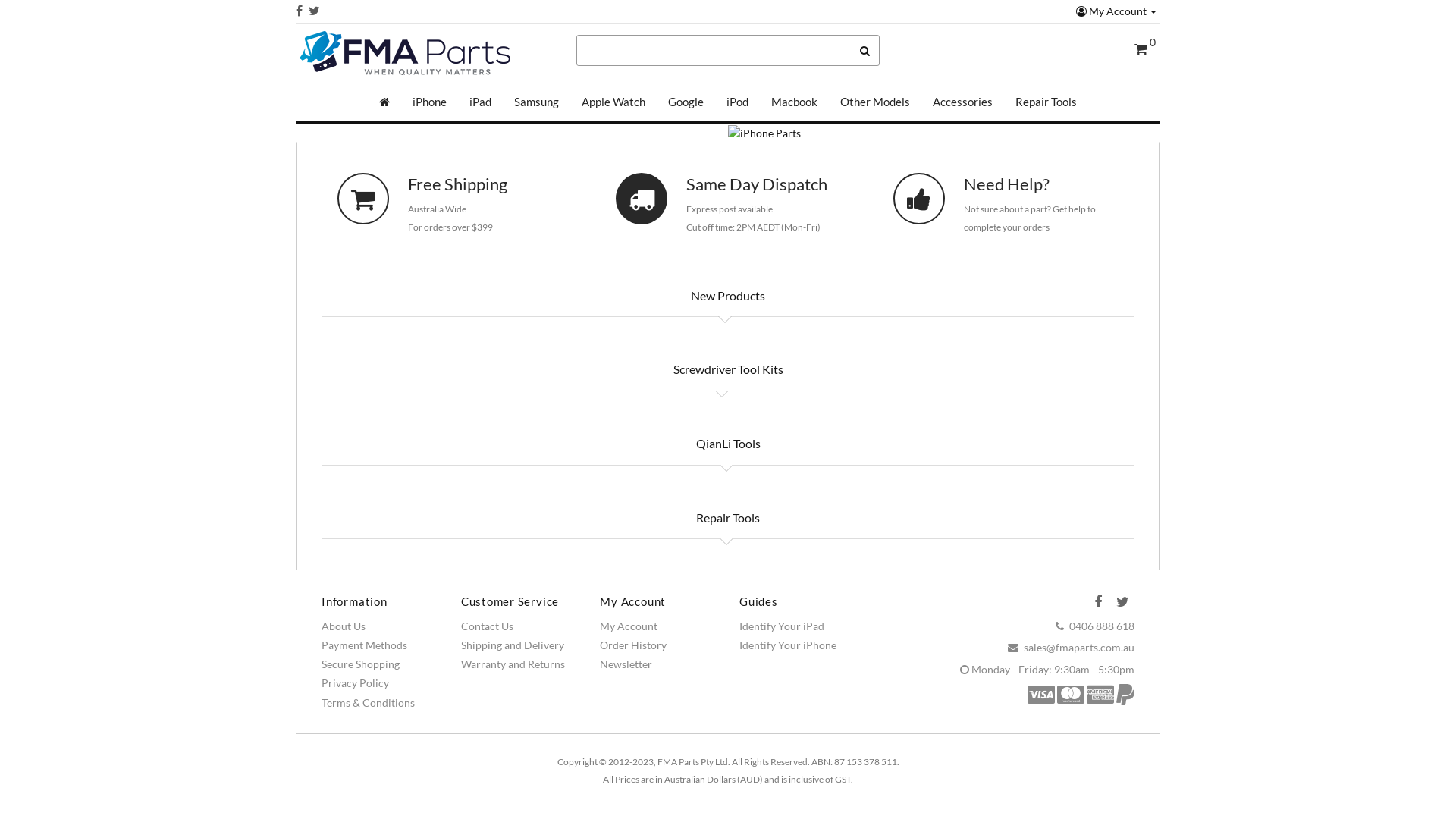 The height and width of the screenshot is (819, 1456). Describe the element at coordinates (629, 626) in the screenshot. I see `'My Account'` at that location.